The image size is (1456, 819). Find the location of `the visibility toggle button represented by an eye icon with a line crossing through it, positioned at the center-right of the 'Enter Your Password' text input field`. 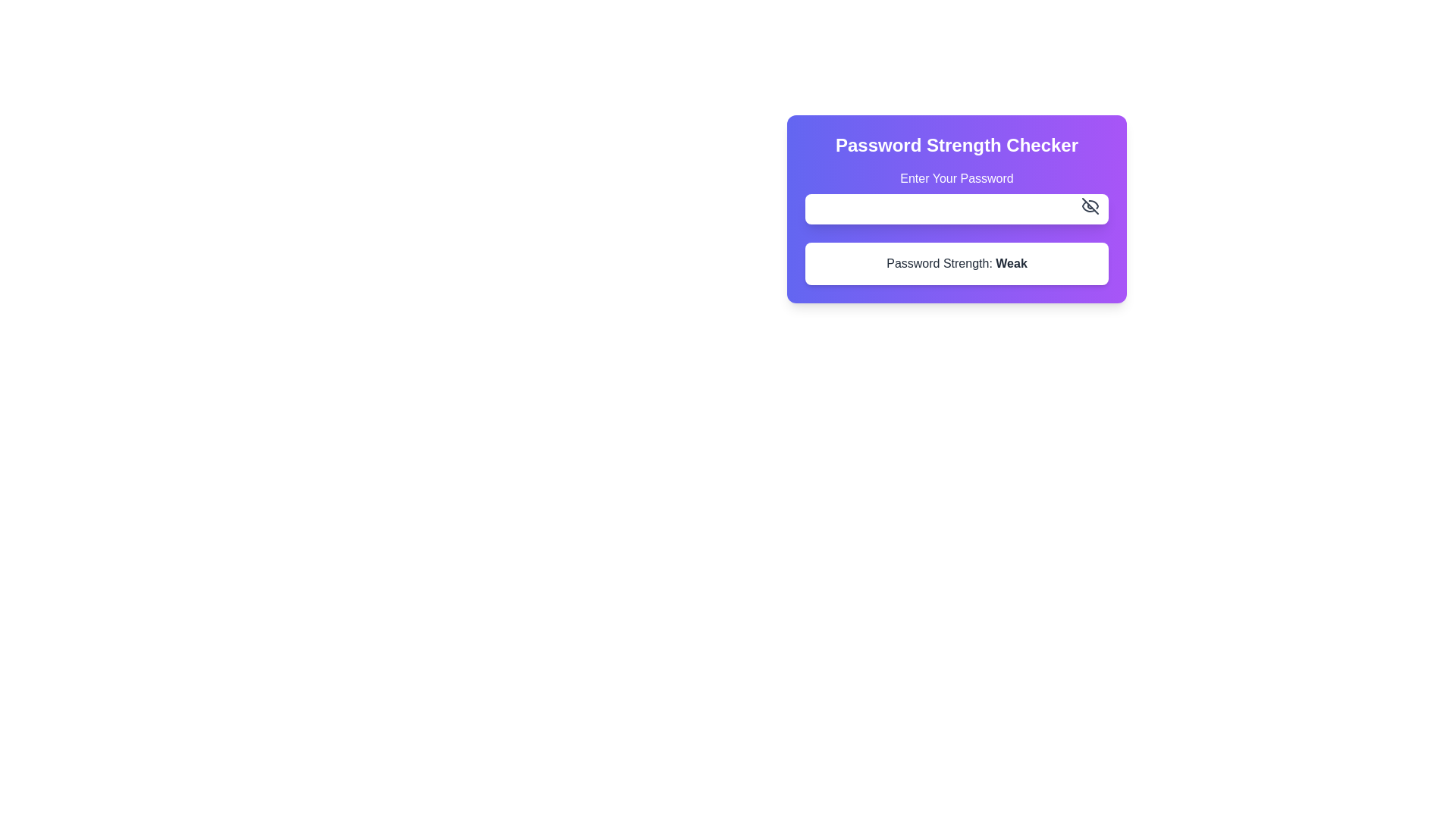

the visibility toggle button represented by an eye icon with a line crossing through it, positioned at the center-right of the 'Enter Your Password' text input field is located at coordinates (1087, 206).